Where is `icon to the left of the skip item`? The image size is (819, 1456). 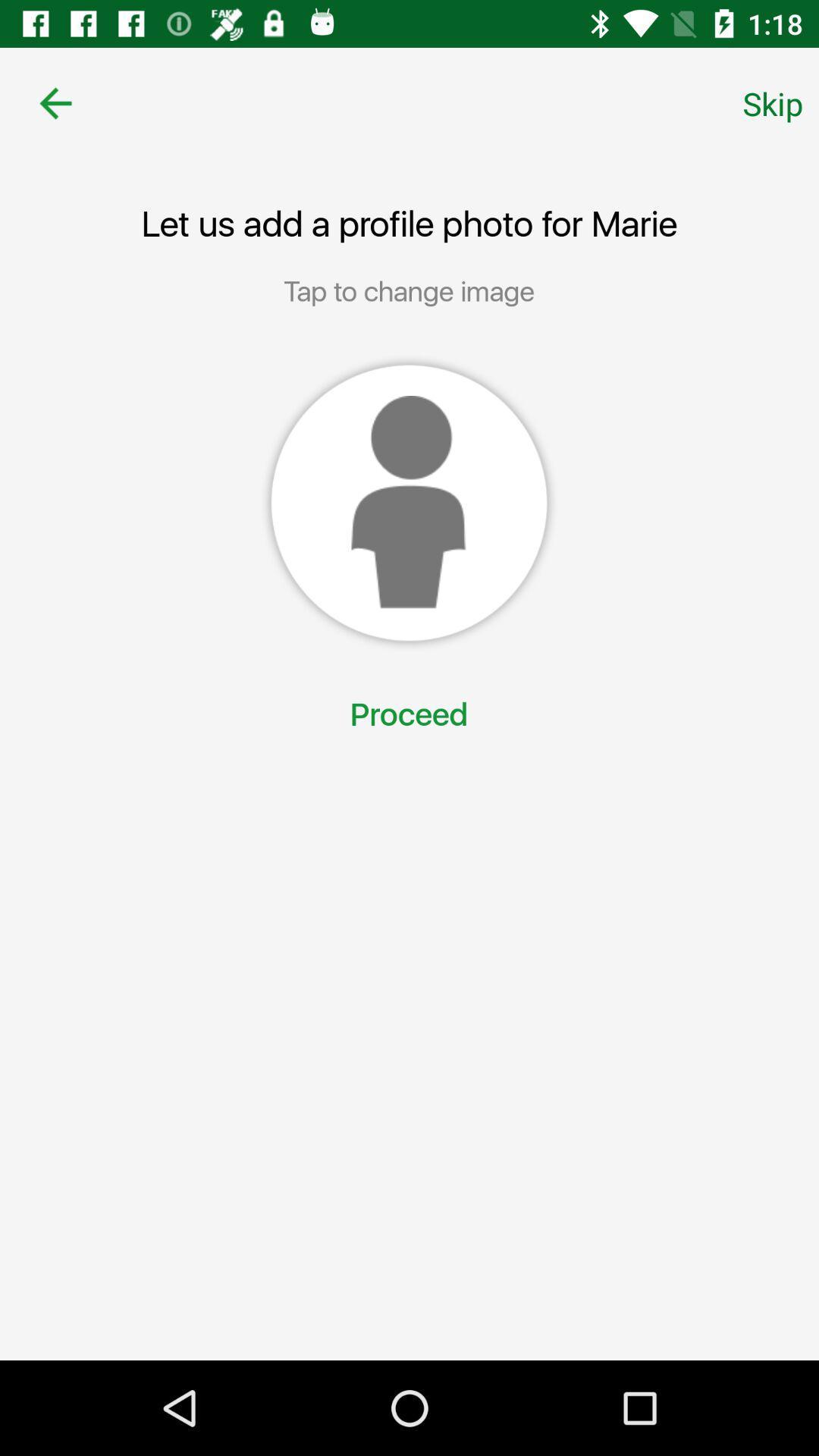
icon to the left of the skip item is located at coordinates (55, 102).